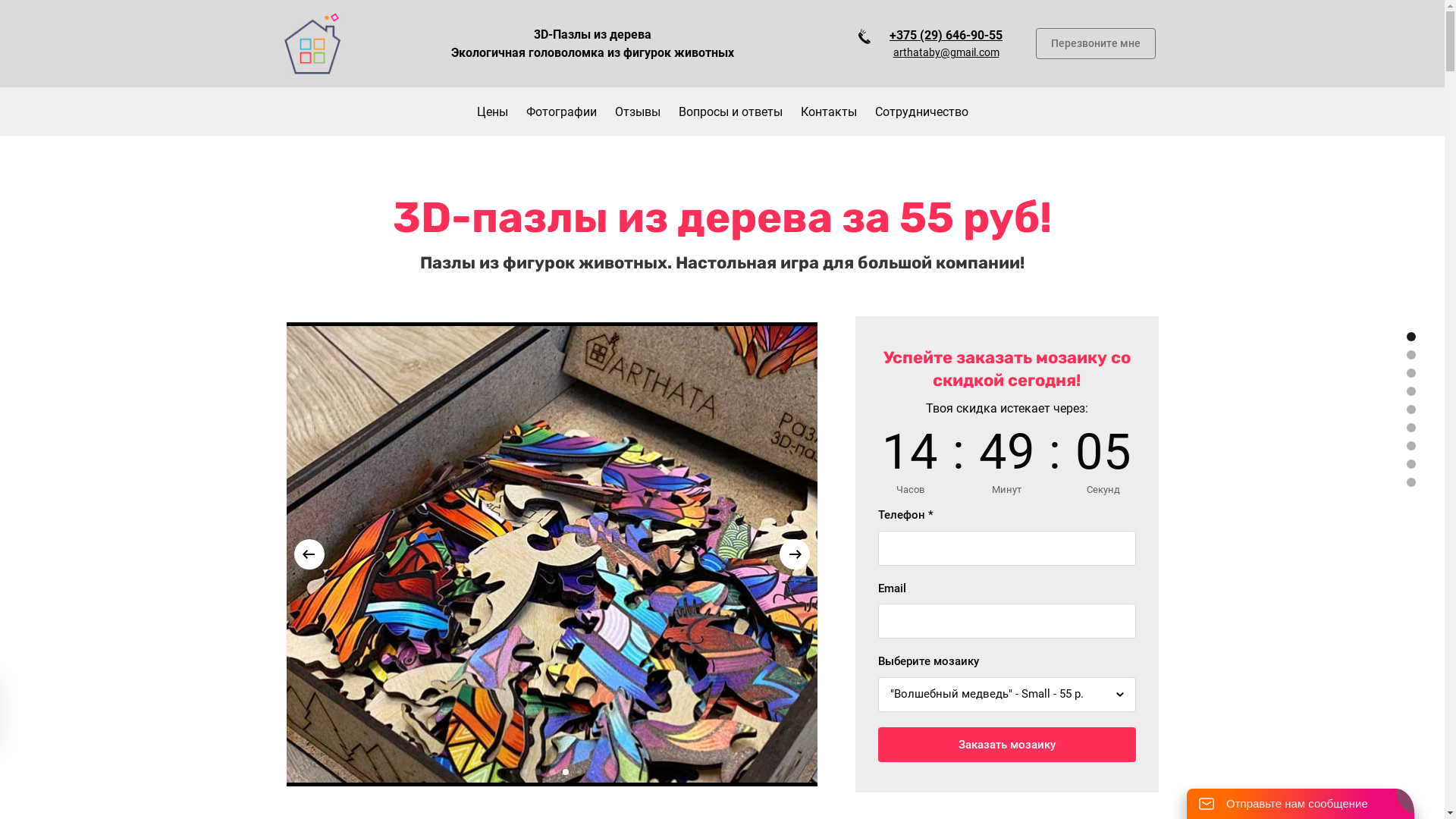  Describe the element at coordinates (945, 34) in the screenshot. I see `'+375 (29) 646-90-55'` at that location.